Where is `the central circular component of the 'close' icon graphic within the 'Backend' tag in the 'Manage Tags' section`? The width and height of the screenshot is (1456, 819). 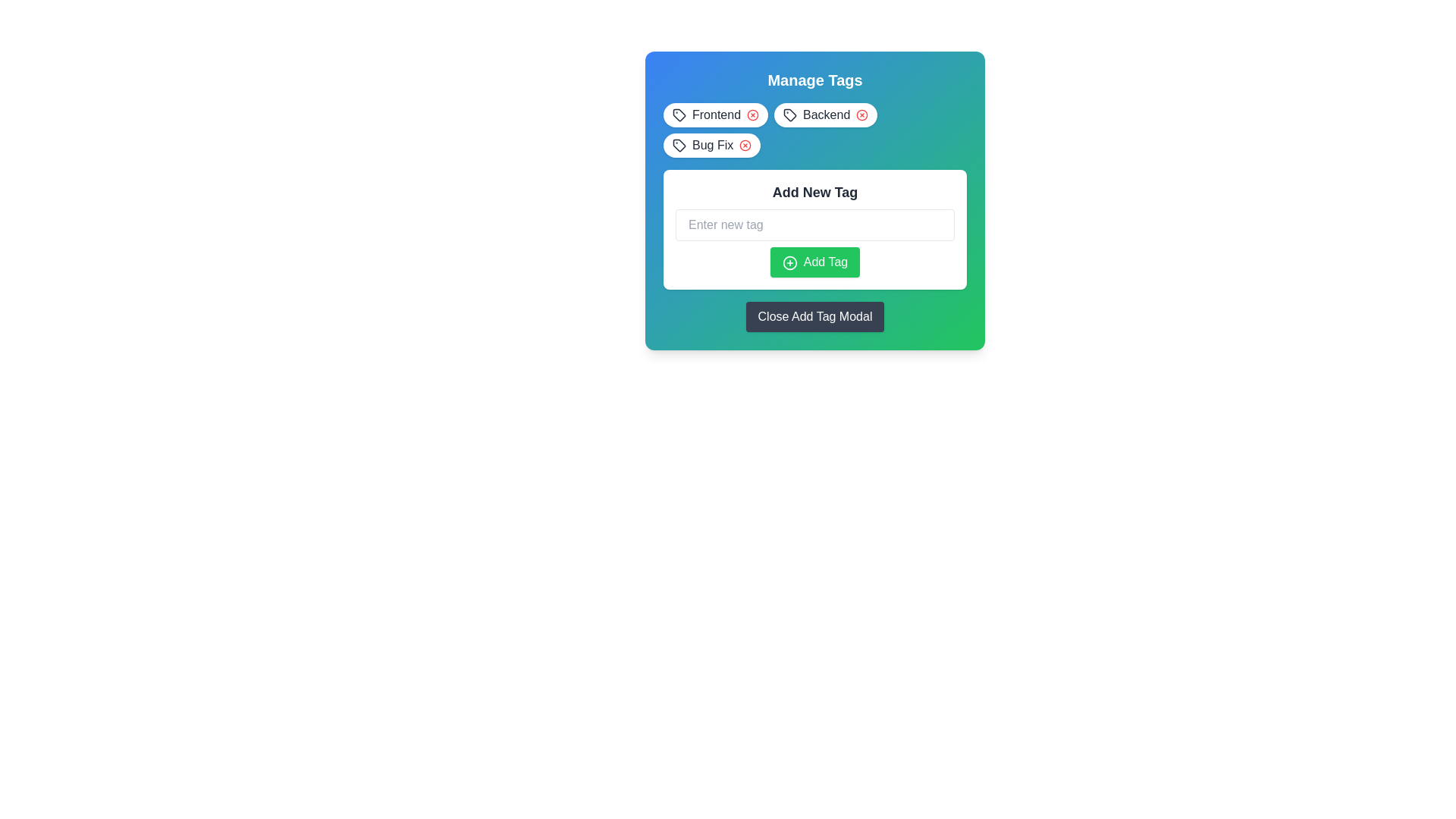 the central circular component of the 'close' icon graphic within the 'Backend' tag in the 'Manage Tags' section is located at coordinates (862, 114).